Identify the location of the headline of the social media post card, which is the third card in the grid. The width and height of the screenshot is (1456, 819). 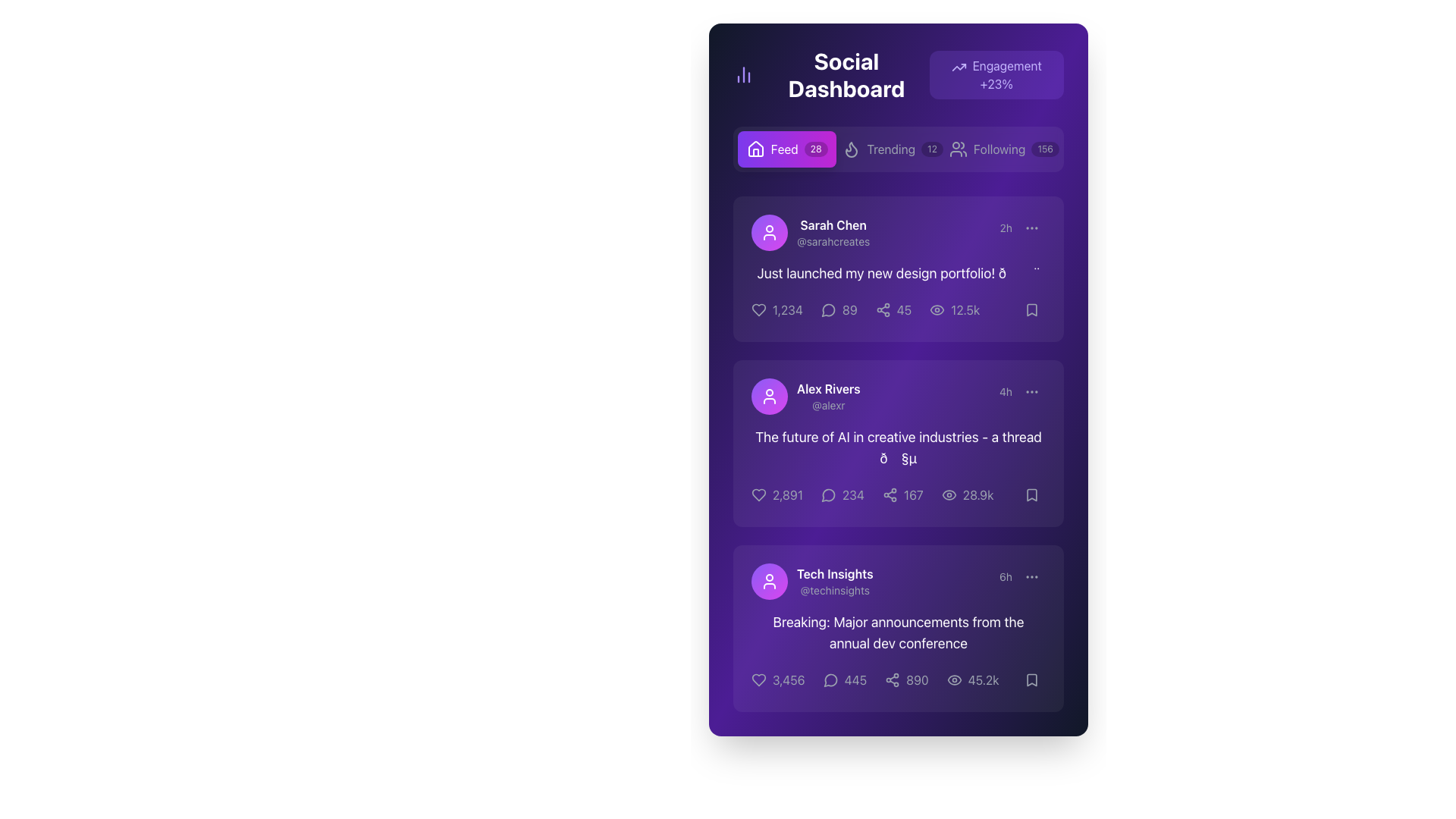
(899, 629).